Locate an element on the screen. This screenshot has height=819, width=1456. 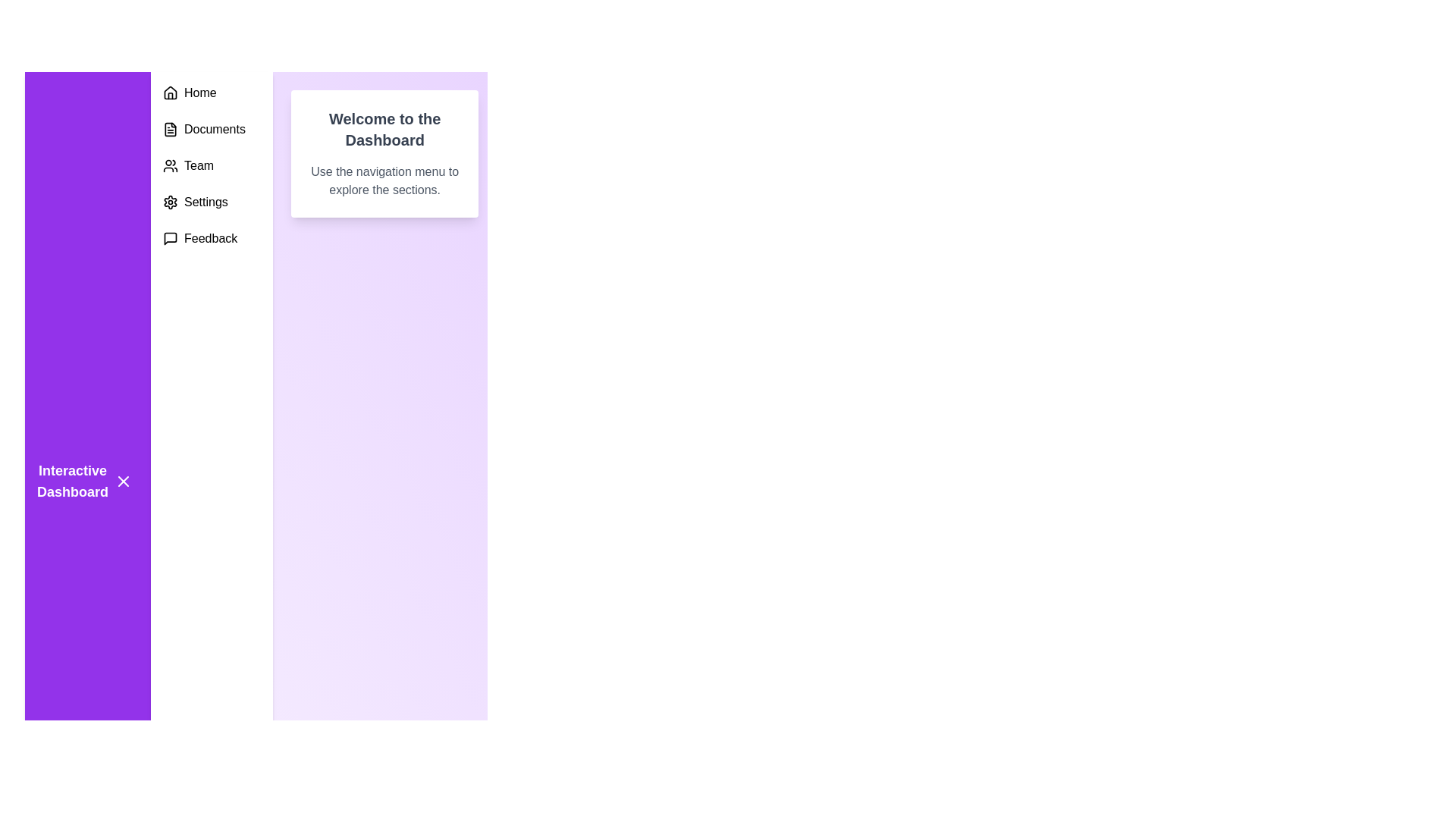
the 'Team' navigation menu item located in the vertical menu on the left side of the page is located at coordinates (211, 166).